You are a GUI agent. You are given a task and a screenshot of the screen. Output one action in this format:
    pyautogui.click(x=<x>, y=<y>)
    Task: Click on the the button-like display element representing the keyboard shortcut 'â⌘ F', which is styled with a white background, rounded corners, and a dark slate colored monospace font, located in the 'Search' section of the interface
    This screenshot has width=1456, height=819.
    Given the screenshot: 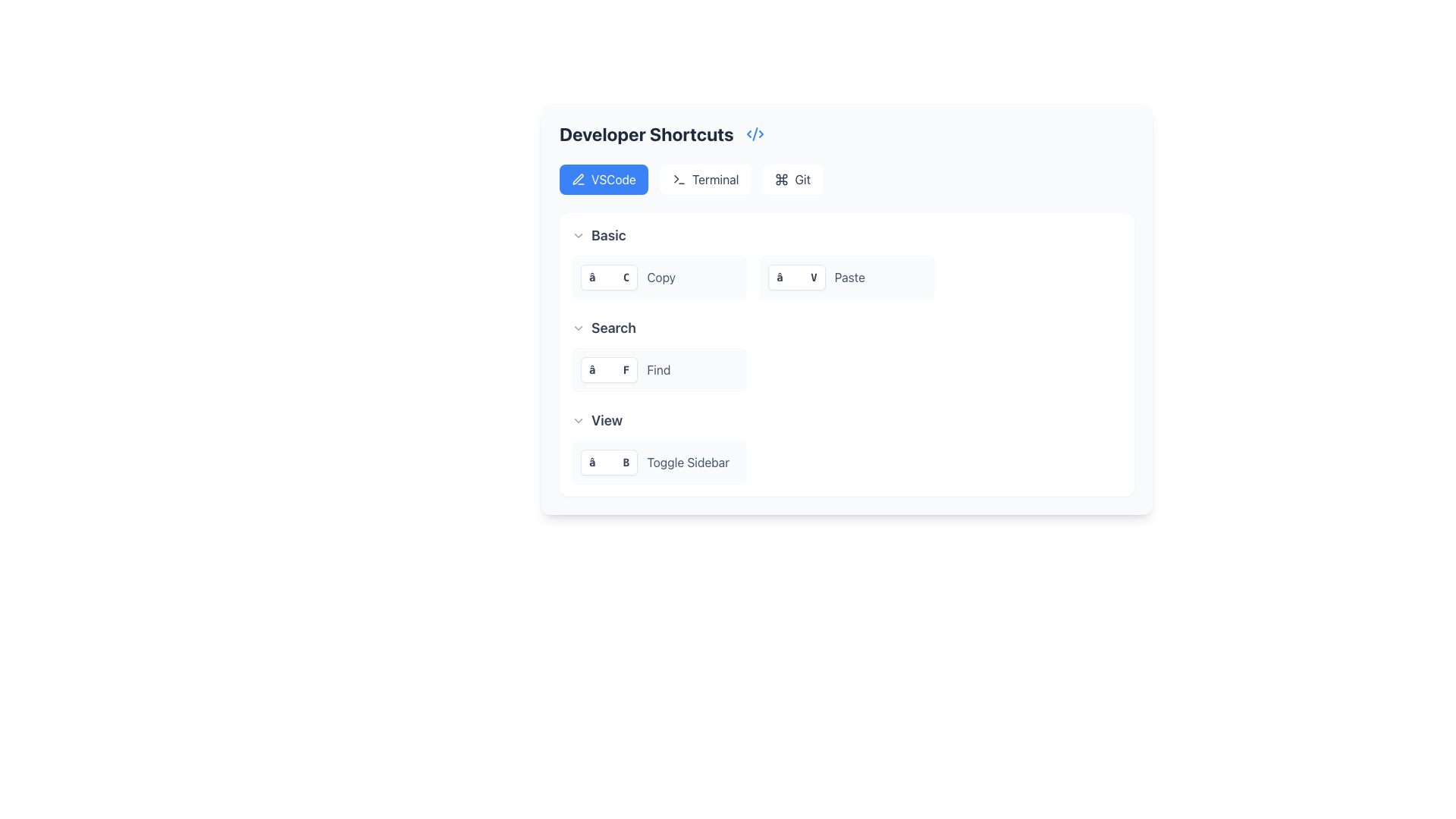 What is the action you would take?
    pyautogui.click(x=609, y=370)
    